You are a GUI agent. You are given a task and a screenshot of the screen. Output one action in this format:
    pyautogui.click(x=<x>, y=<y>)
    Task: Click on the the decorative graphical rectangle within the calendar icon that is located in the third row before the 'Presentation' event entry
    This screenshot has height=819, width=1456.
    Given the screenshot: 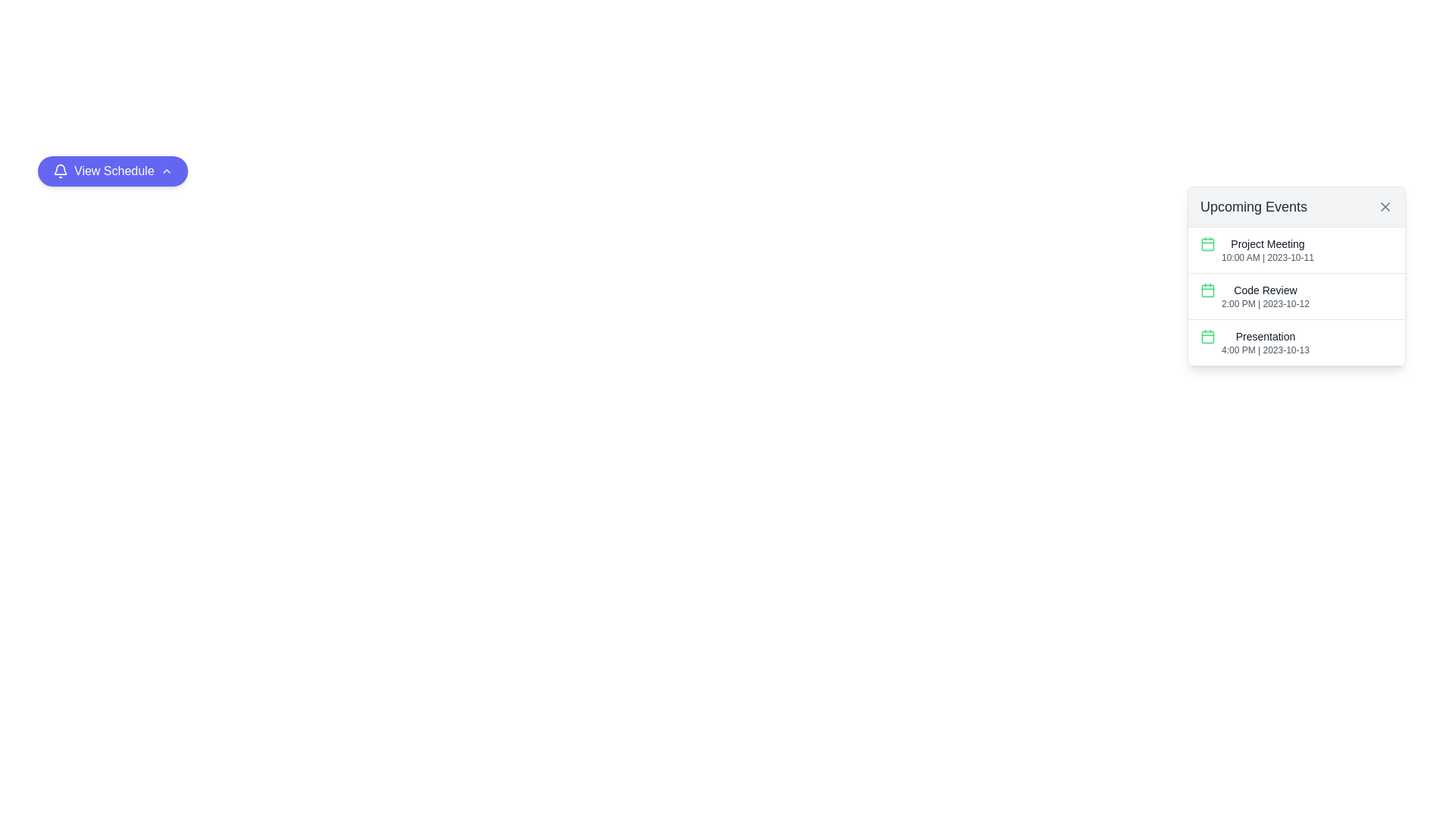 What is the action you would take?
    pyautogui.click(x=1207, y=335)
    